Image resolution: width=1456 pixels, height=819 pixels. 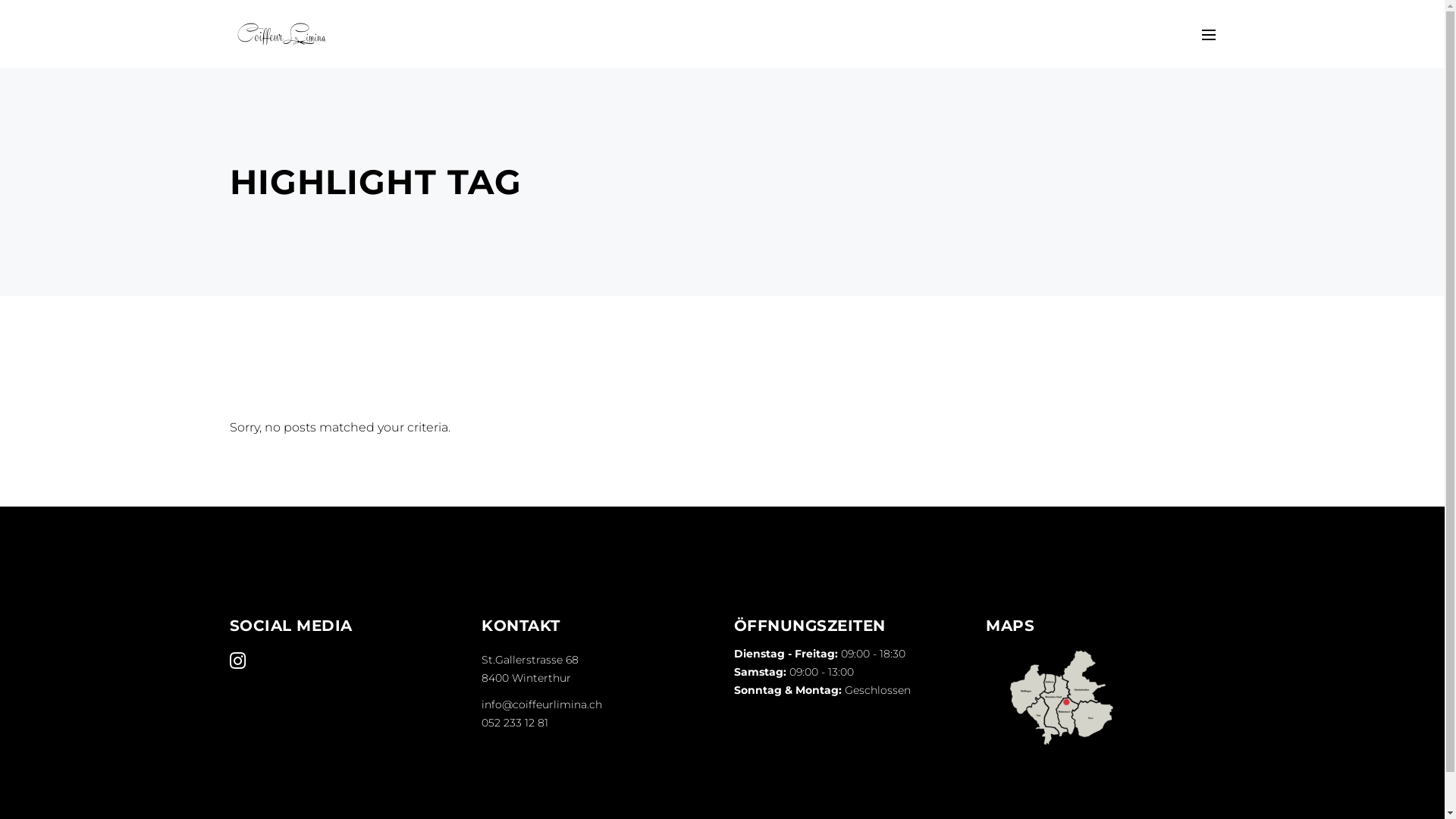 I want to click on 'info@coiffeurlimina.ch', so click(x=541, y=704).